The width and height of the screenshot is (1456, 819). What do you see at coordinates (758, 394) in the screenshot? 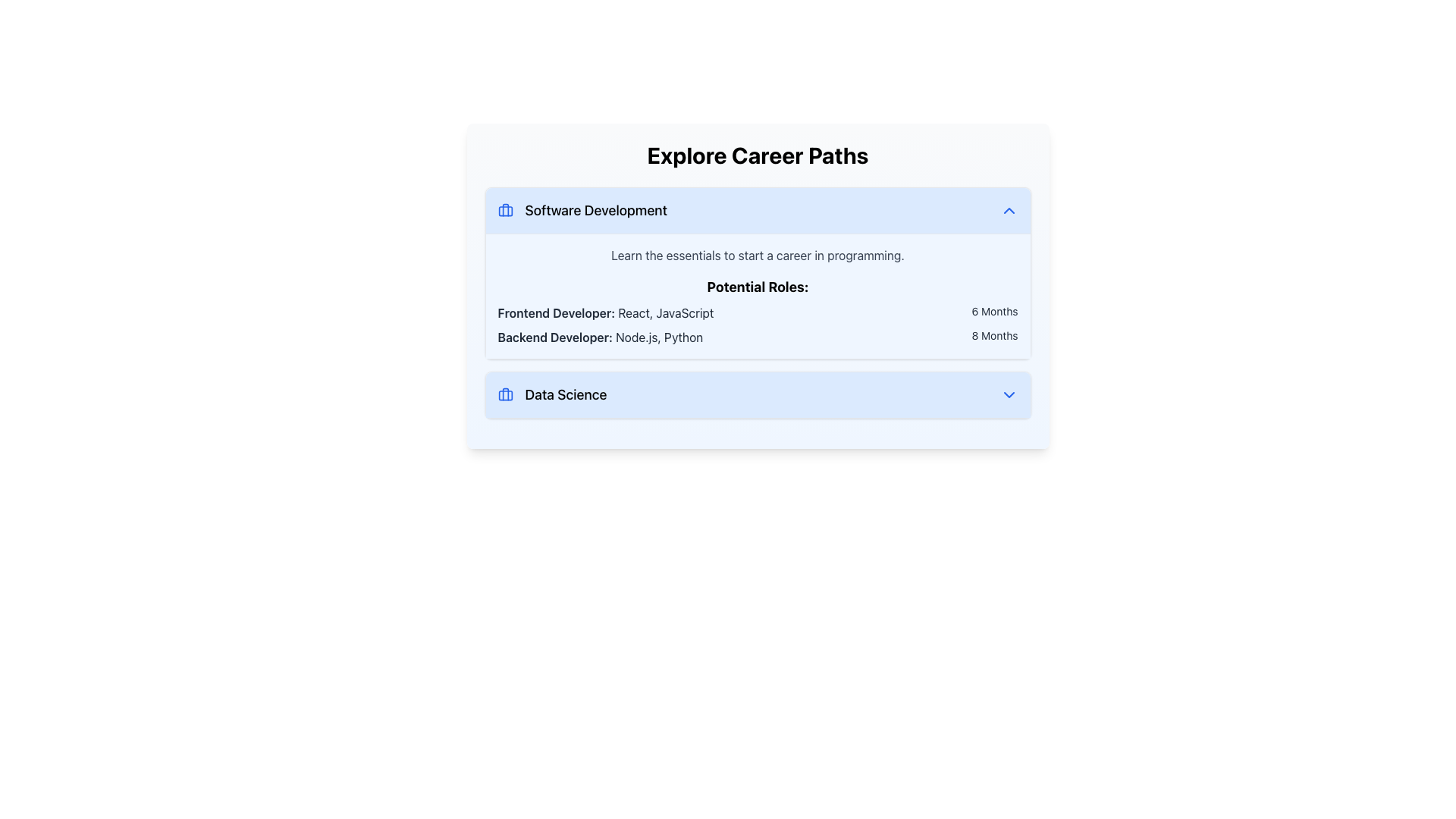
I see `the second selectable card in the 'Explore Career Paths' section that presents information about 'Data Science'` at bounding box center [758, 394].